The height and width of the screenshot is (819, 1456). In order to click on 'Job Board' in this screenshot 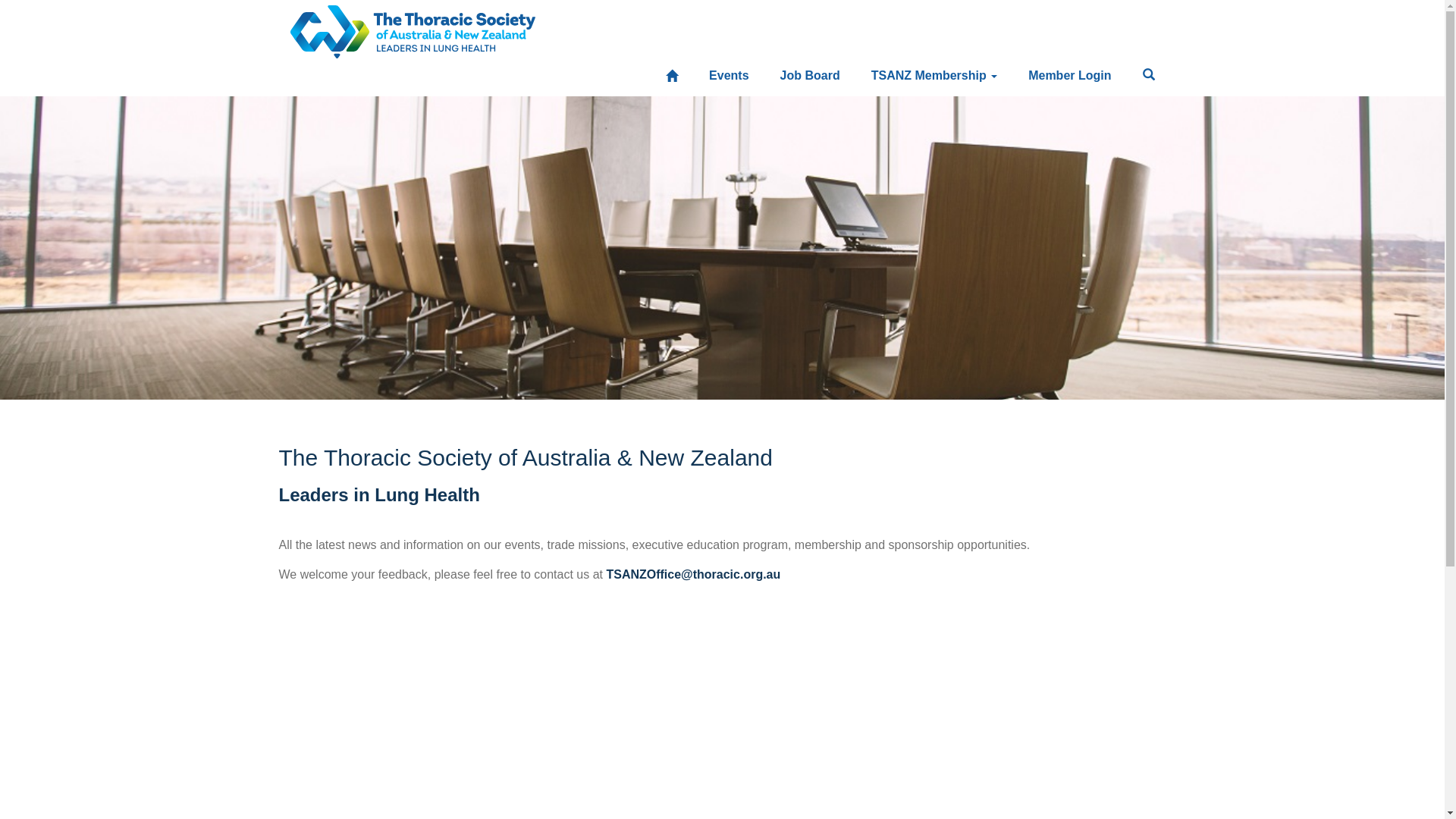, I will do `click(809, 76)`.